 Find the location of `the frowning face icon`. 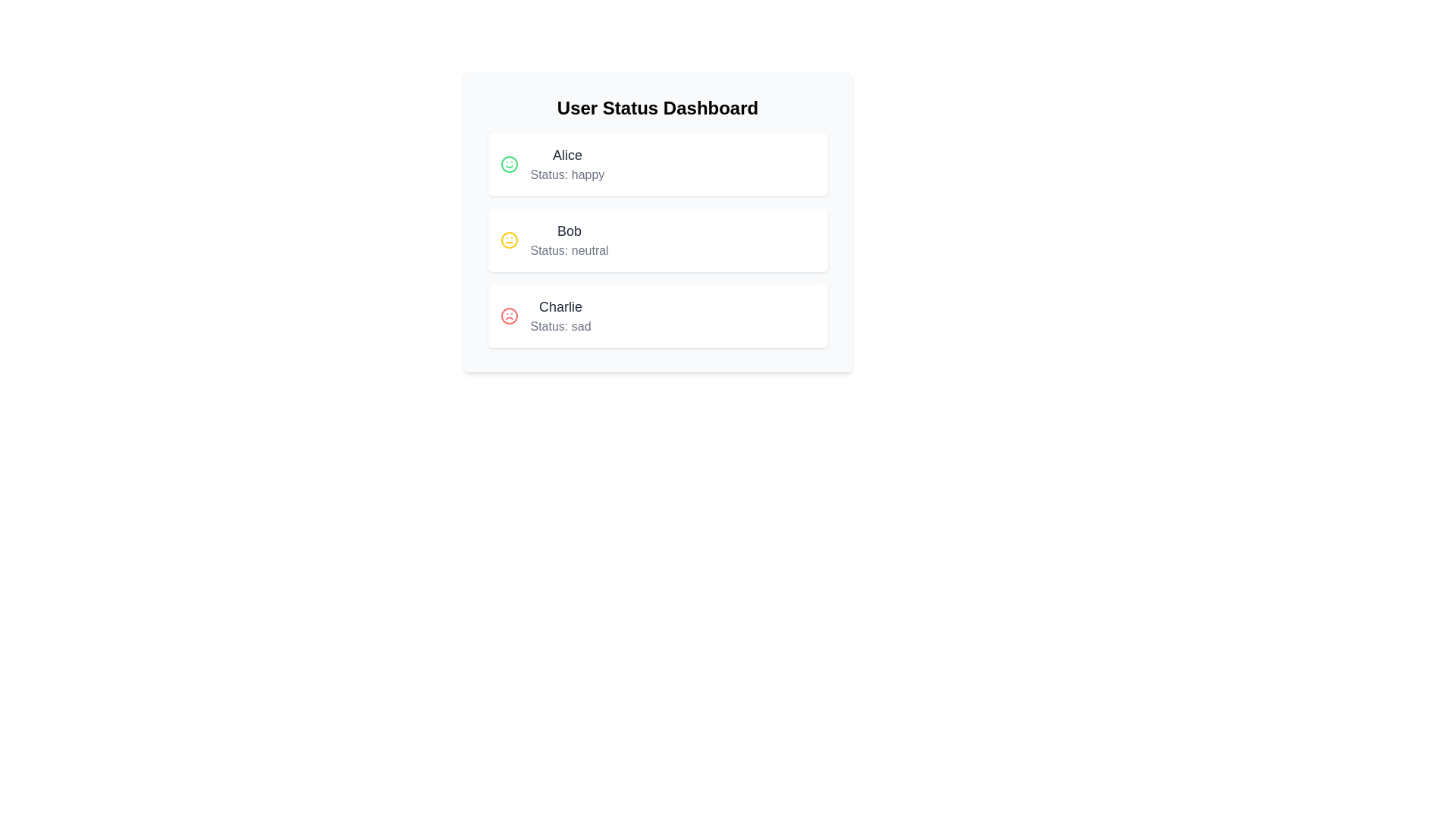

the frowning face icon is located at coordinates (509, 315).